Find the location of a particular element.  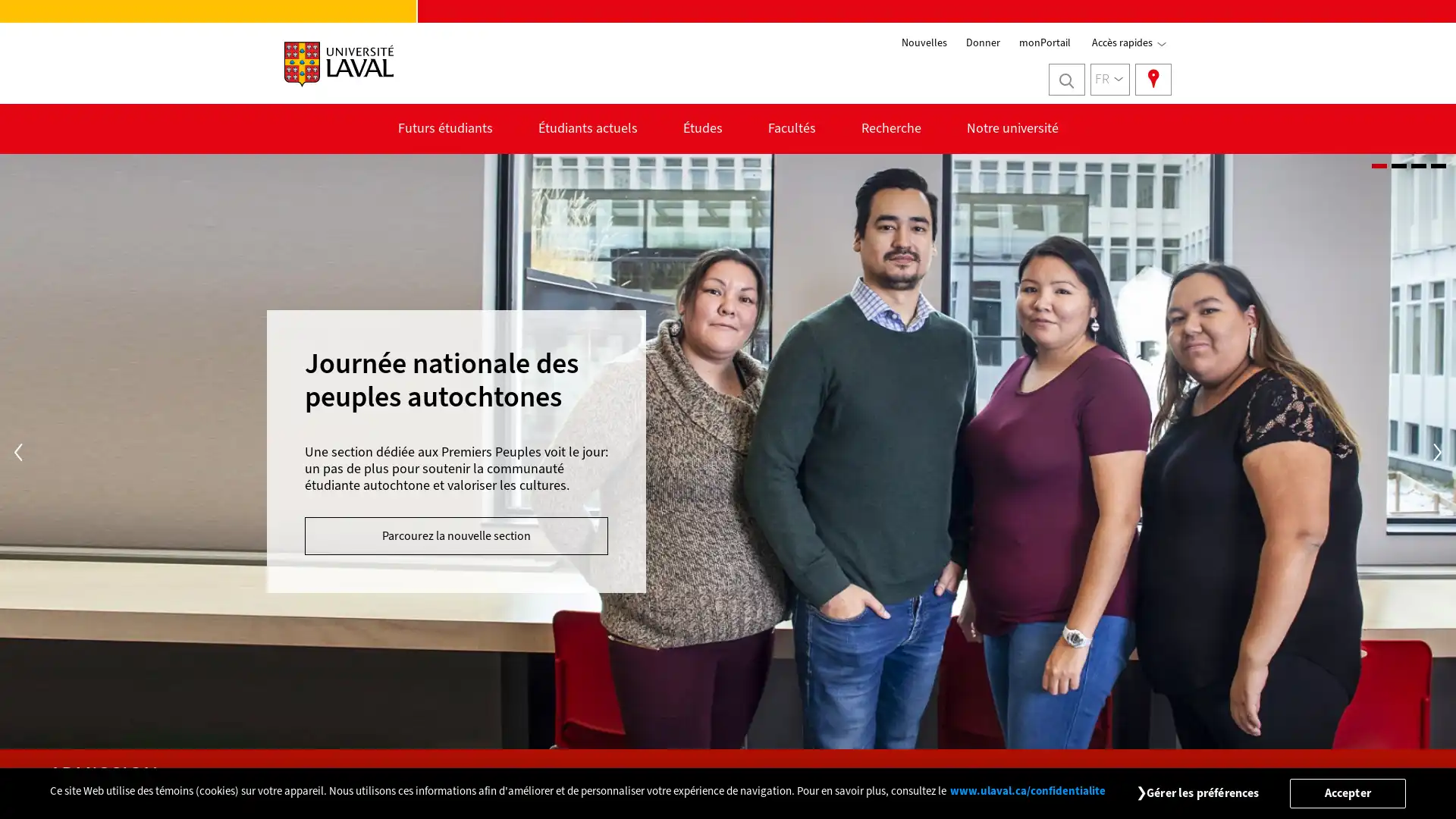

Francais is located at coordinates (1110, 79).